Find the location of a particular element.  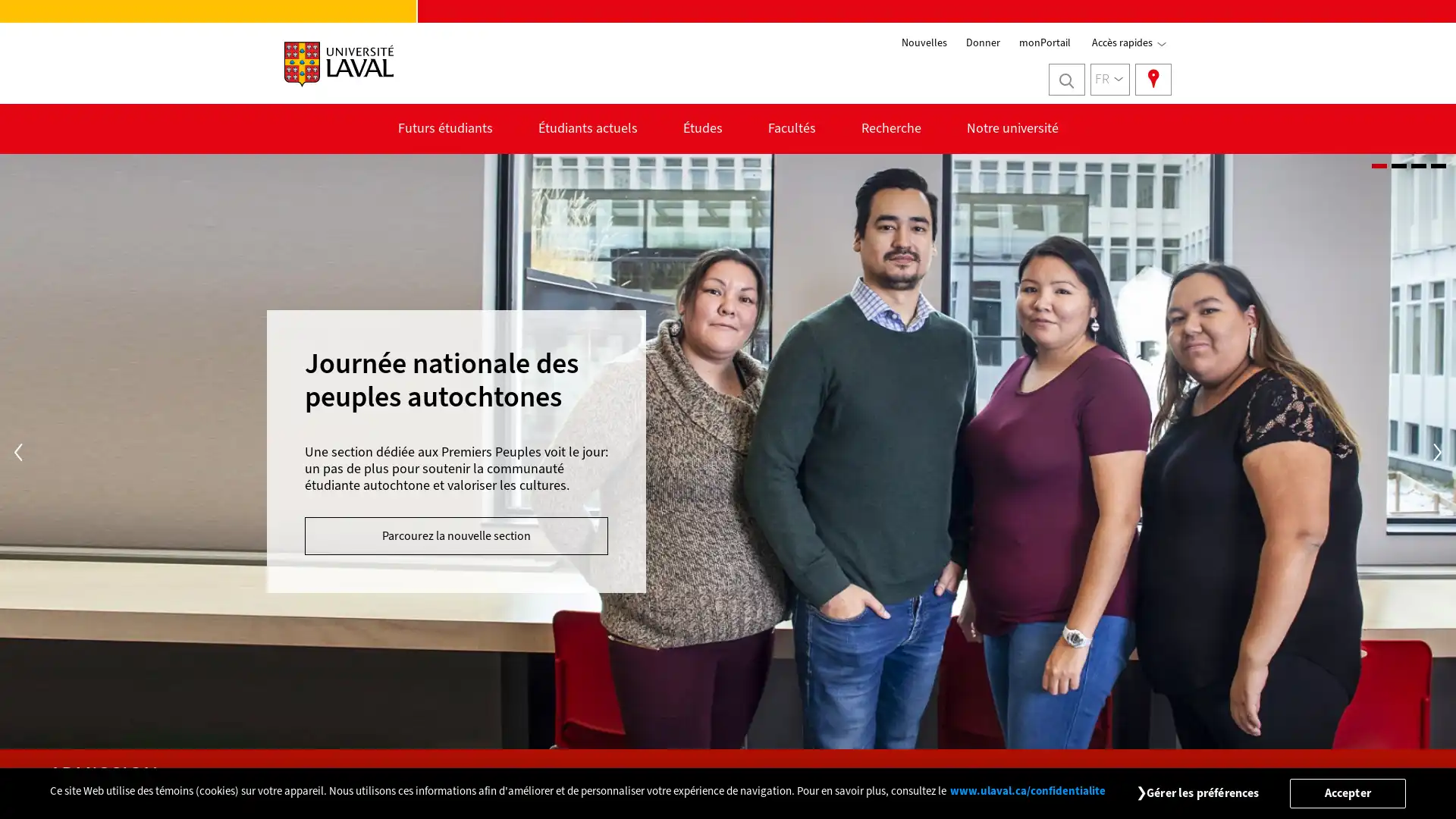

Francais is located at coordinates (1110, 79).